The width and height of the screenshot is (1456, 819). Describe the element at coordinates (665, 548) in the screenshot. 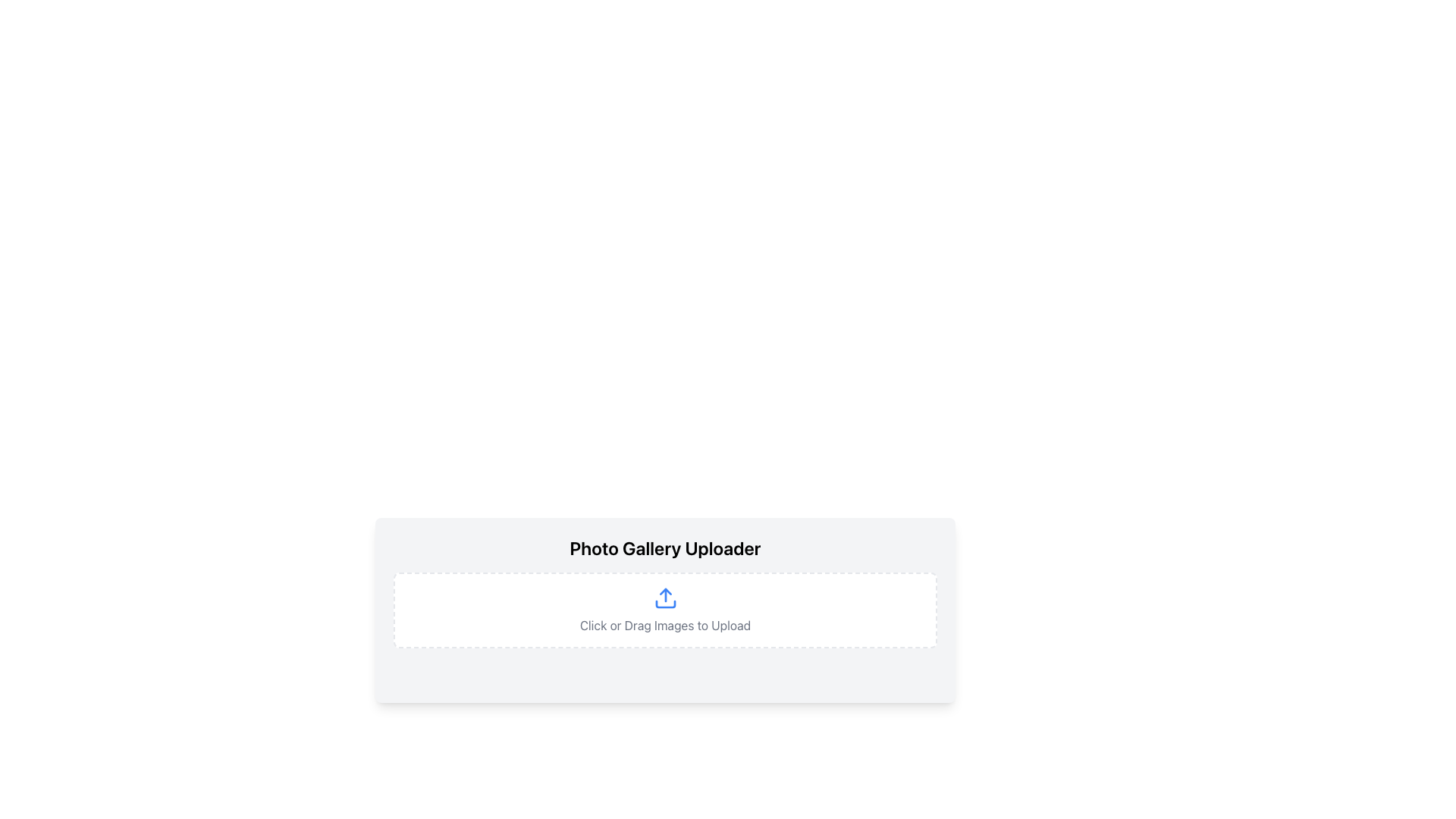

I see `centered title text 'Photo Gallery Uploader' located at the top of the content box` at that location.